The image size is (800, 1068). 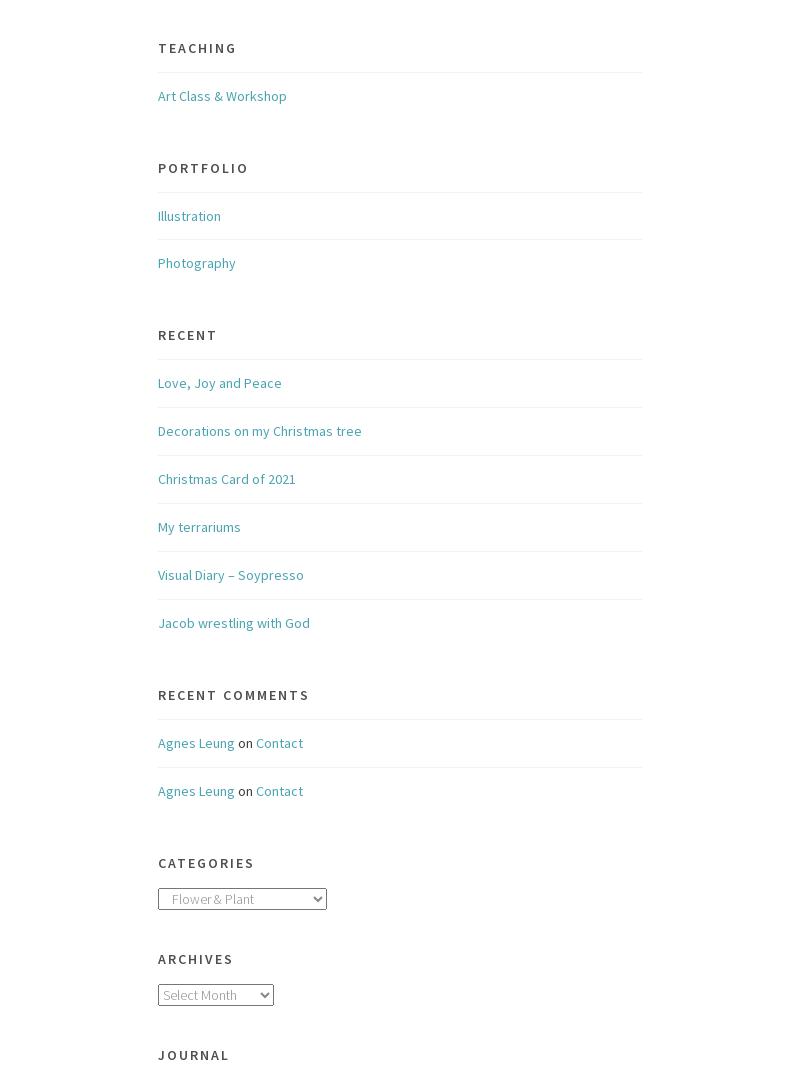 What do you see at coordinates (186, 334) in the screenshot?
I see `'Recent'` at bounding box center [186, 334].